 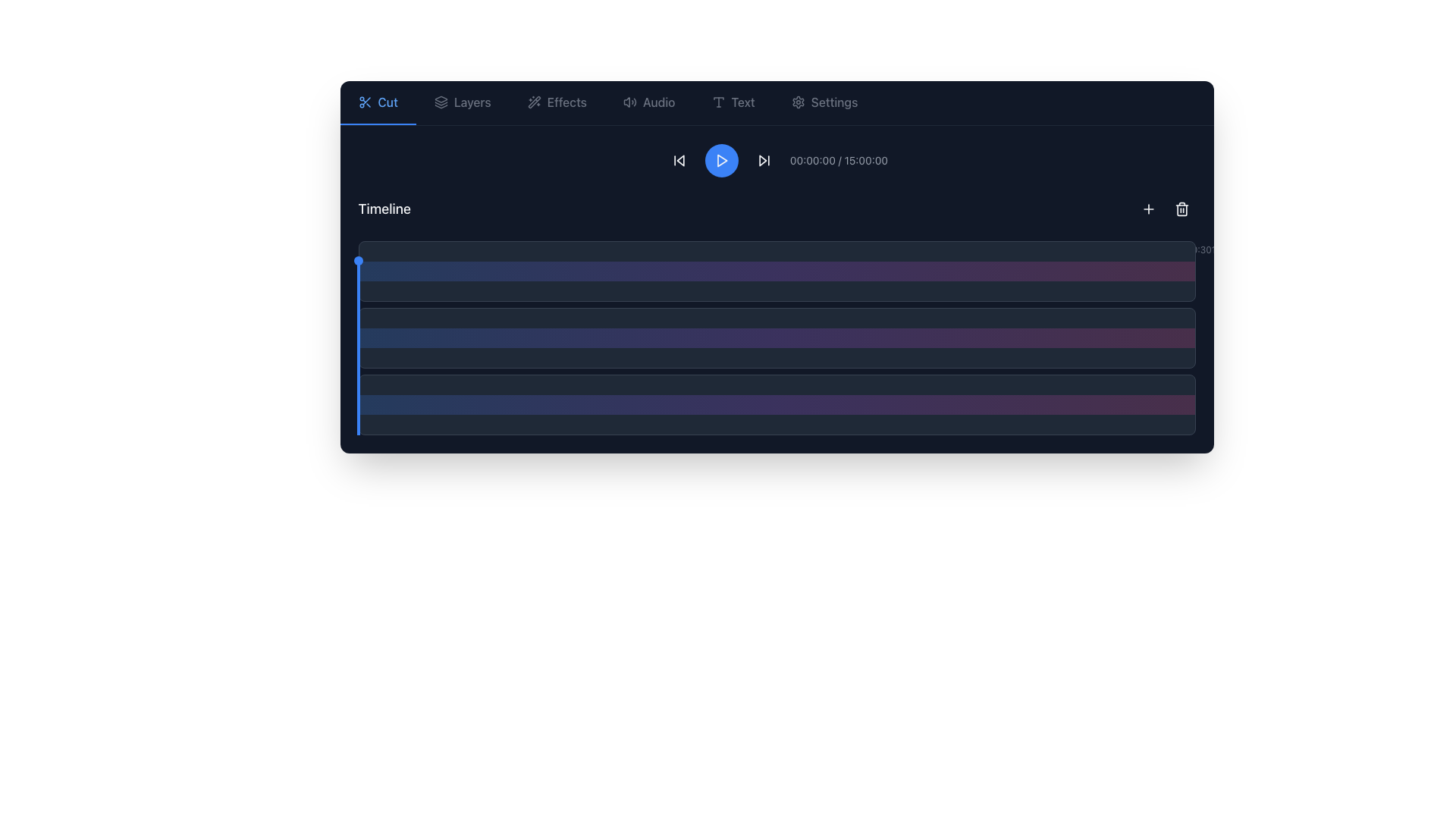 I want to click on the fifth button in the horizontal navigation bar at the top, so click(x=733, y=102).